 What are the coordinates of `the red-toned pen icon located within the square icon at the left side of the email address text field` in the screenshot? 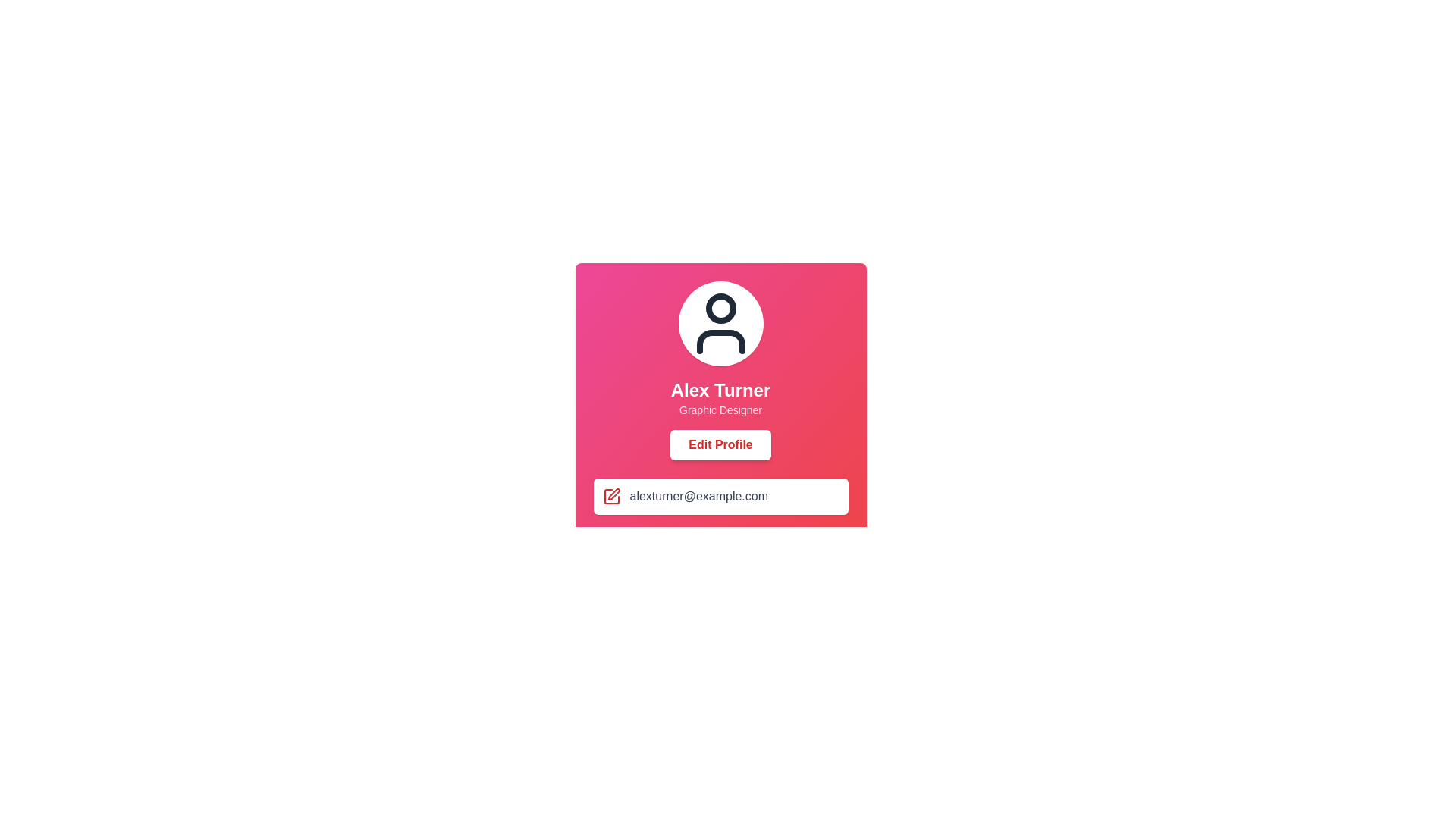 It's located at (613, 494).